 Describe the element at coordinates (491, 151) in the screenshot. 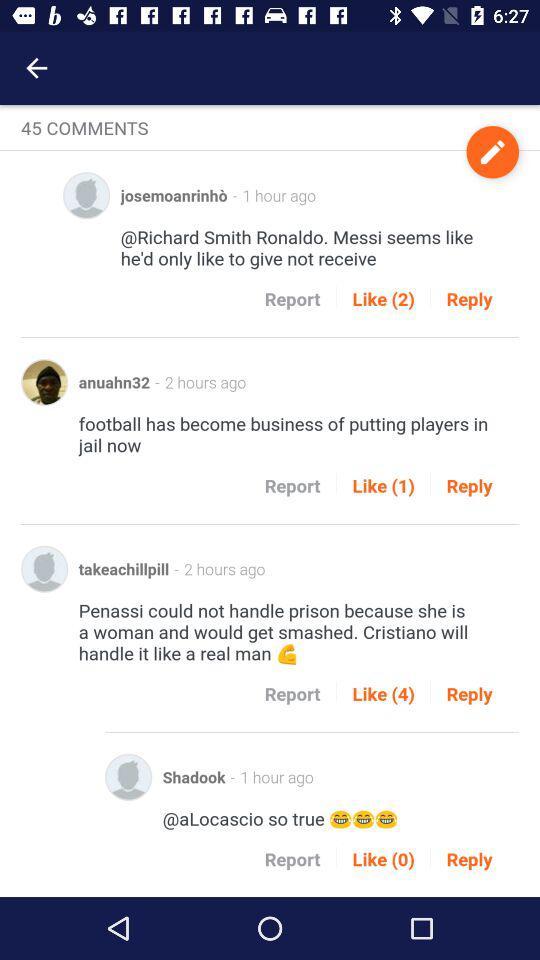

I see `the item next to 1 hour ago icon` at that location.